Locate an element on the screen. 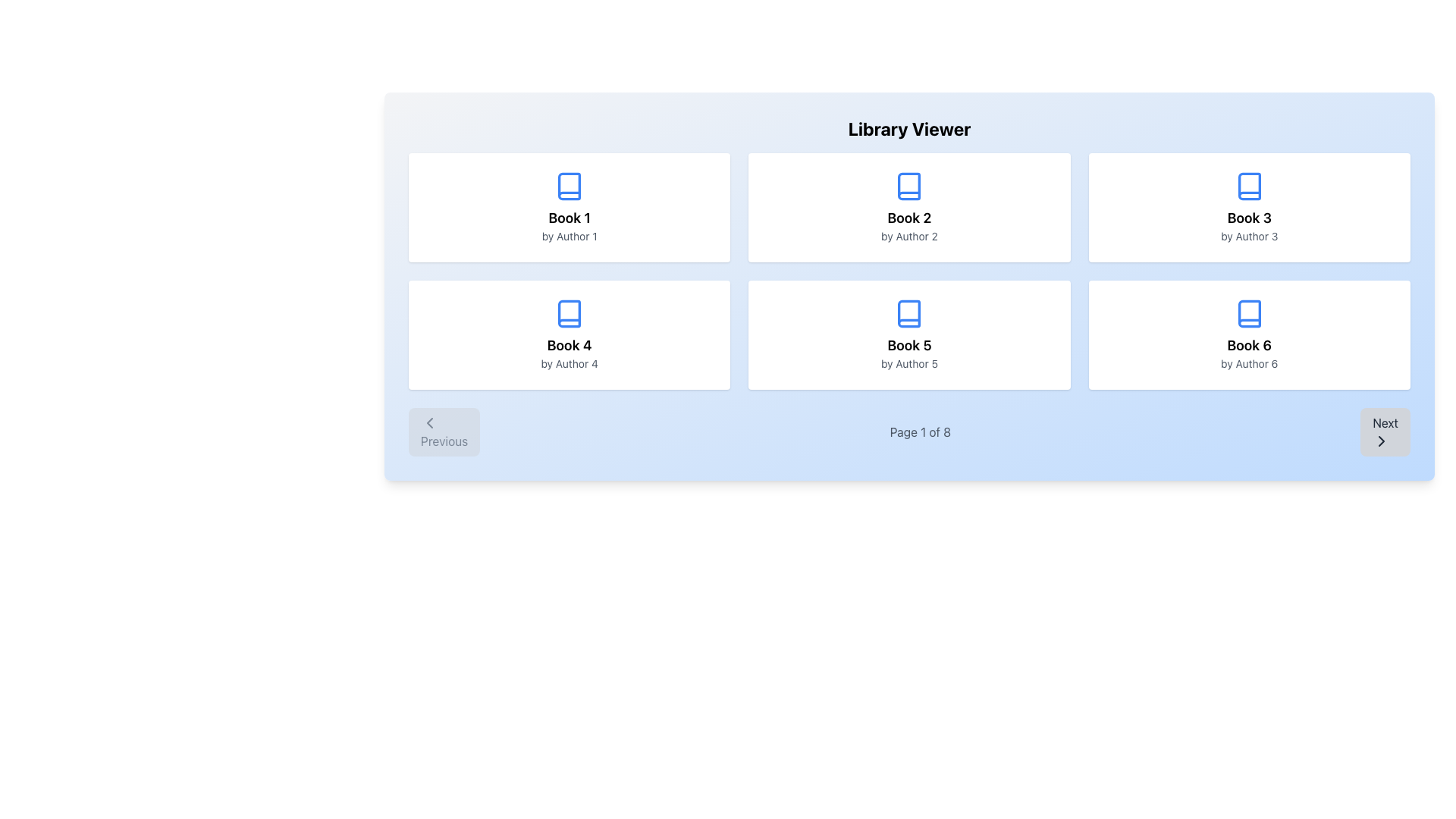 The height and width of the screenshot is (819, 1456). the text 'Book 1' from the bold text label located below the book icon is located at coordinates (569, 218).